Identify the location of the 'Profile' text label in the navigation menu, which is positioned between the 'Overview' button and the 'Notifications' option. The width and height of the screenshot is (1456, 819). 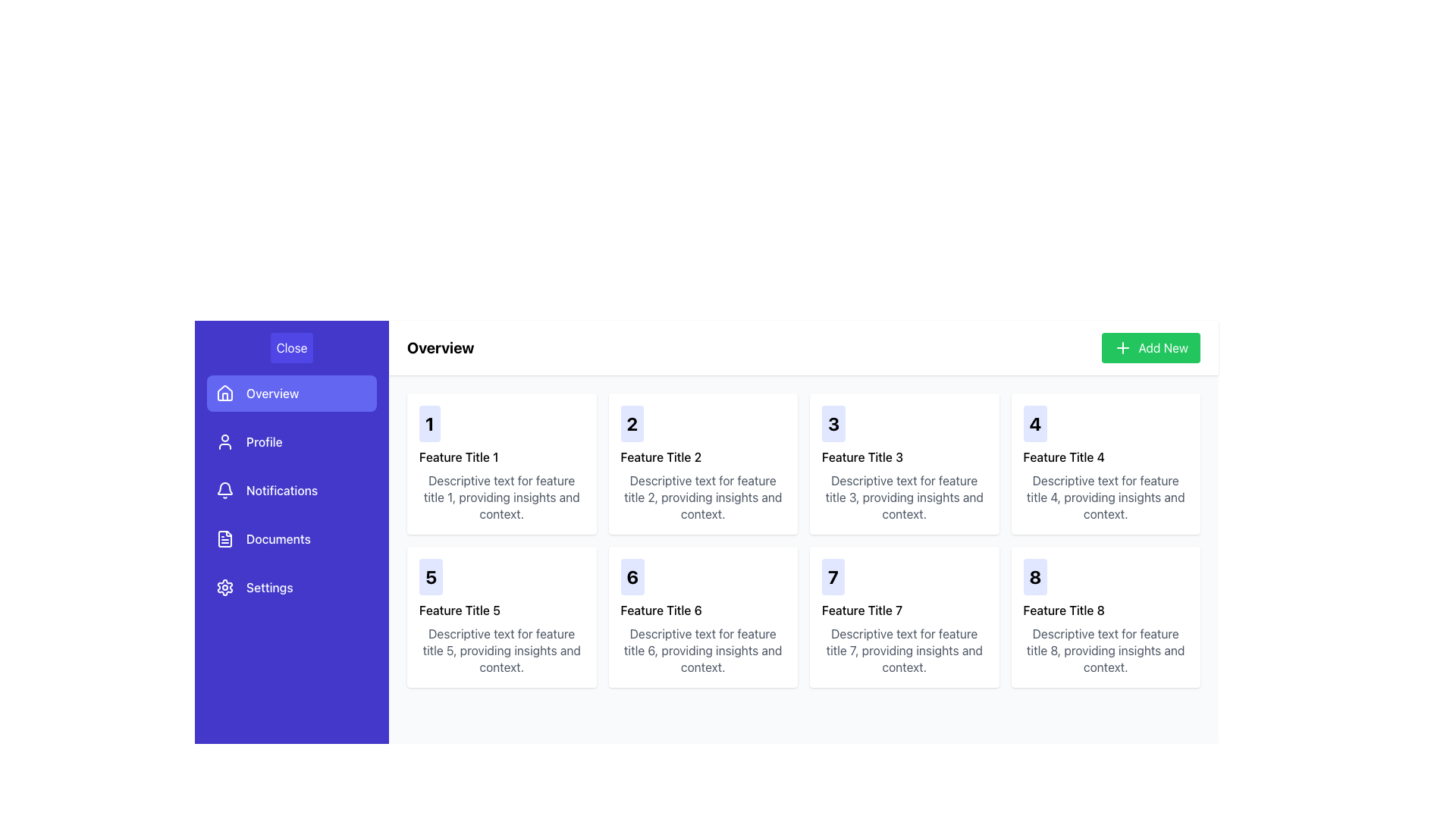
(264, 441).